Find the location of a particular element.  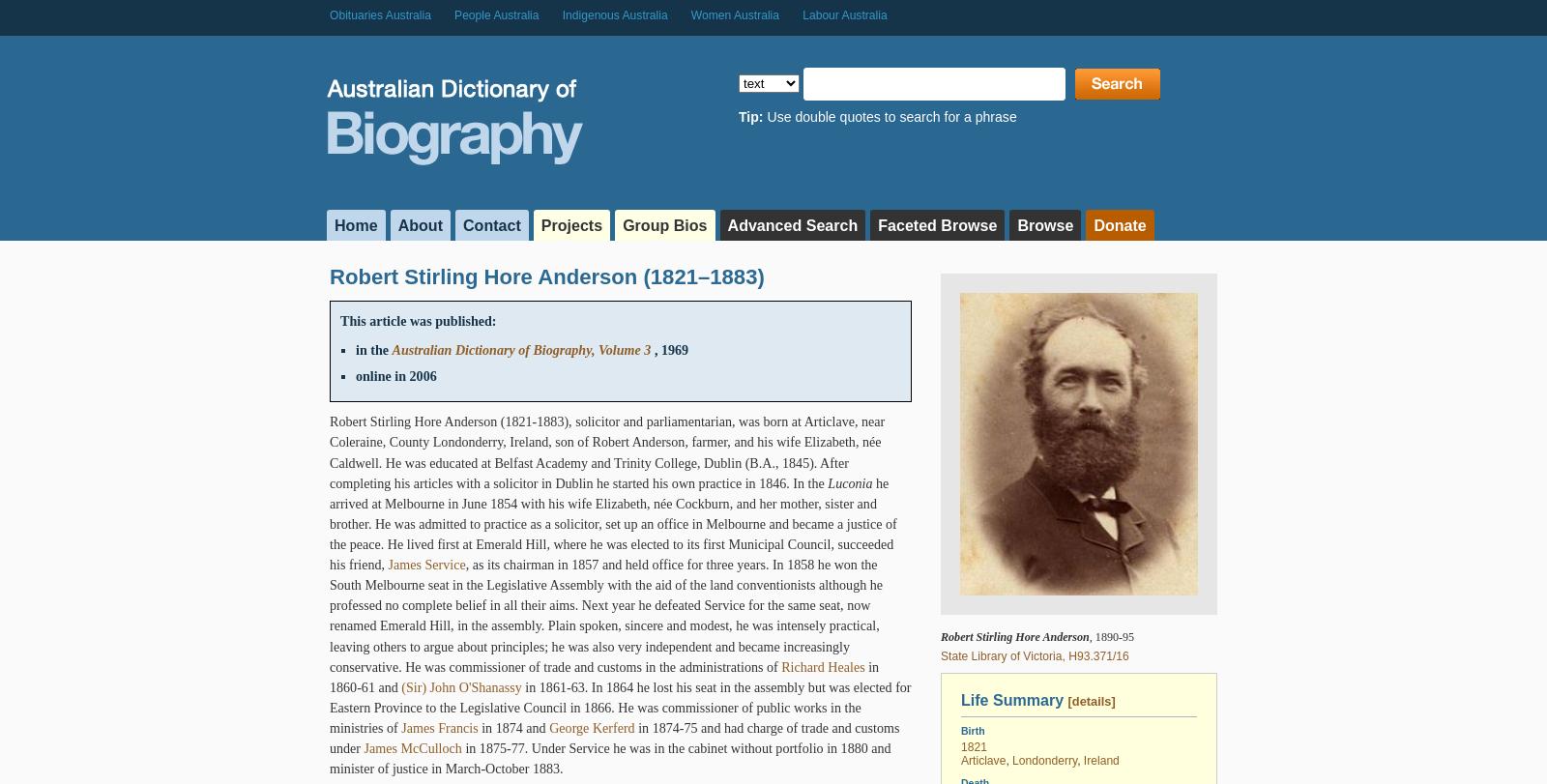

'Birth' is located at coordinates (972, 728).